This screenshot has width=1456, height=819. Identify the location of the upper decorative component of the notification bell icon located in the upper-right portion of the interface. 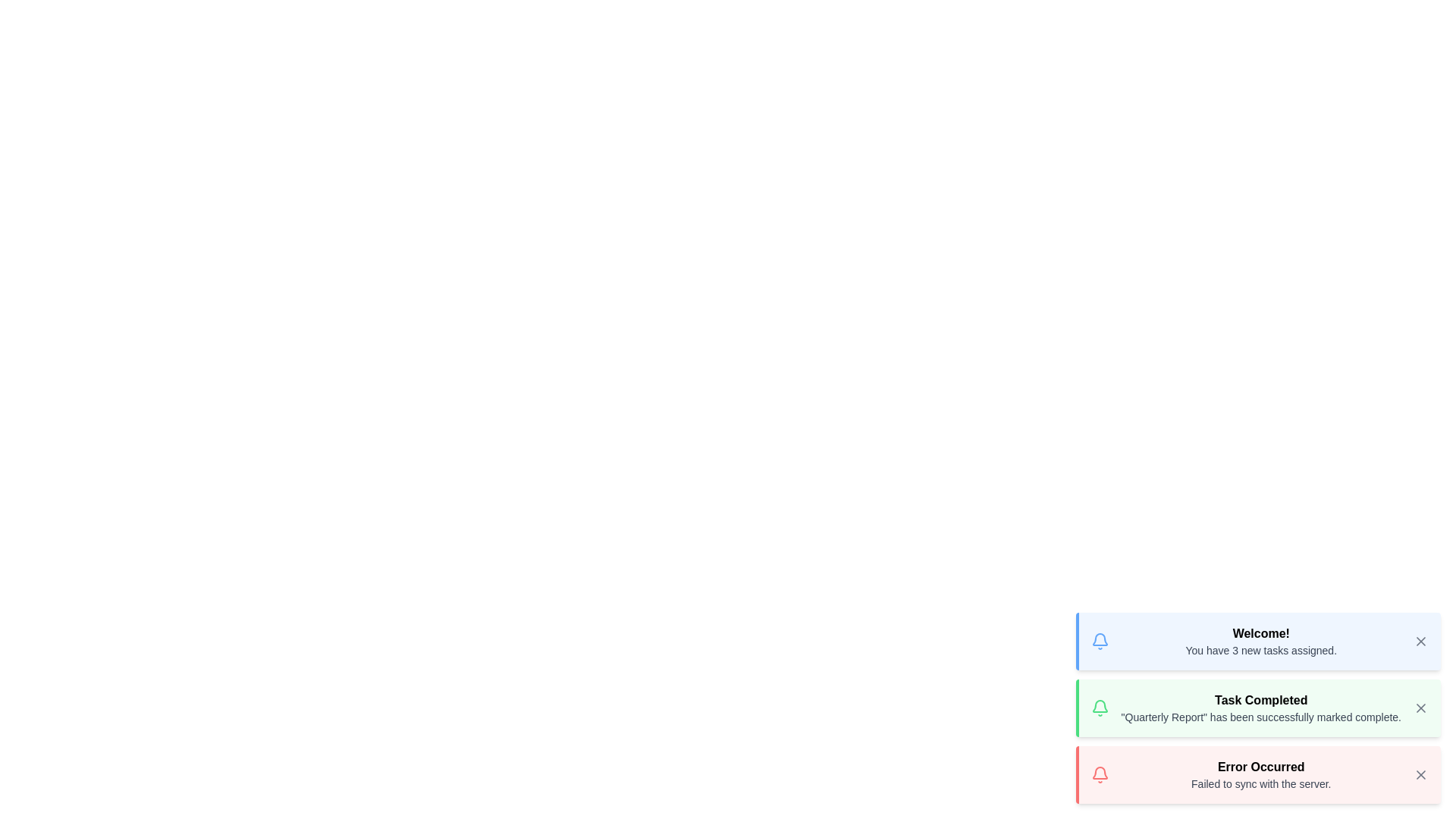
(1100, 639).